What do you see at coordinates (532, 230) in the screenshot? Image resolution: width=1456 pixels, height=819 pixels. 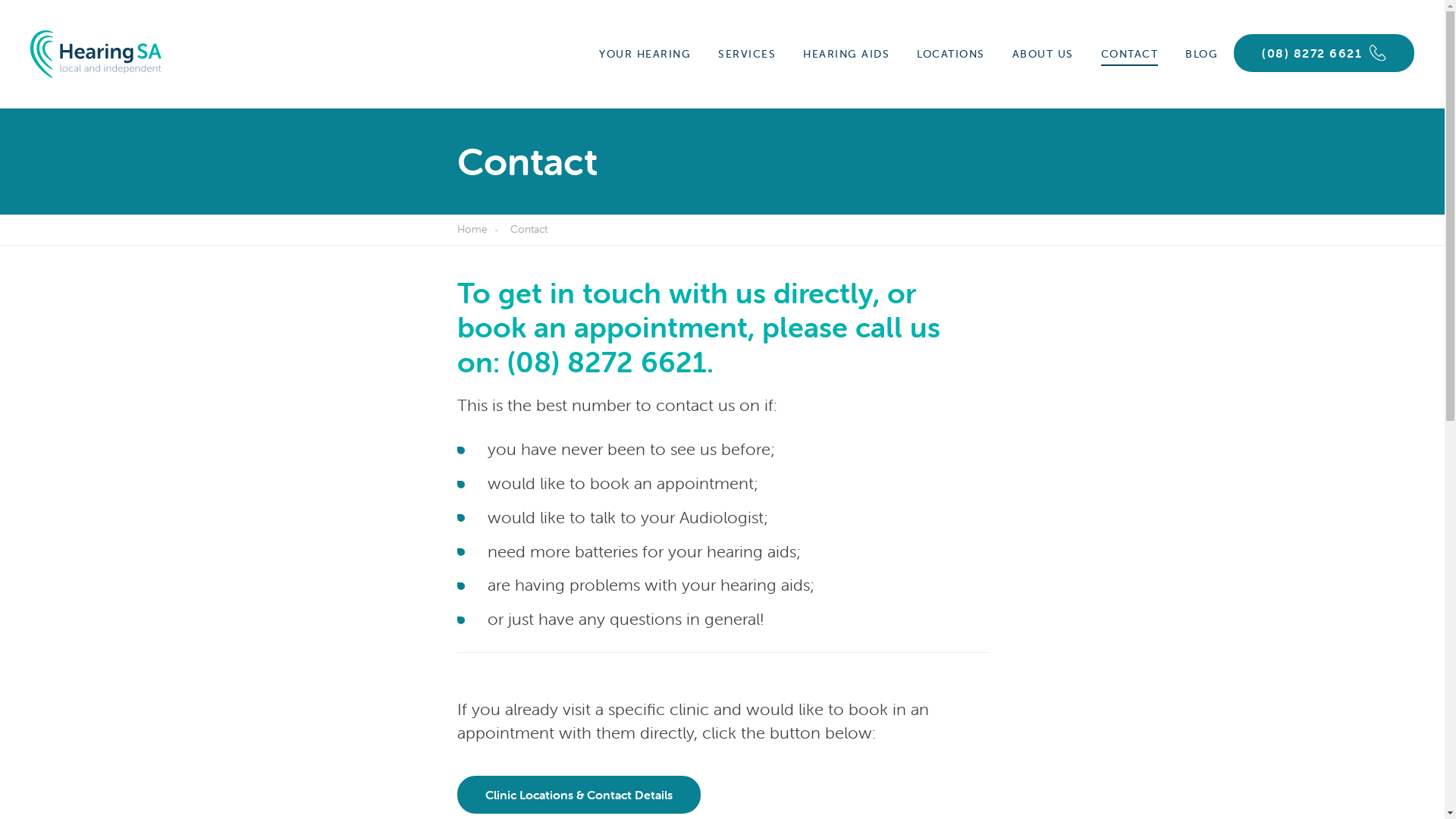 I see `'Contact'` at bounding box center [532, 230].